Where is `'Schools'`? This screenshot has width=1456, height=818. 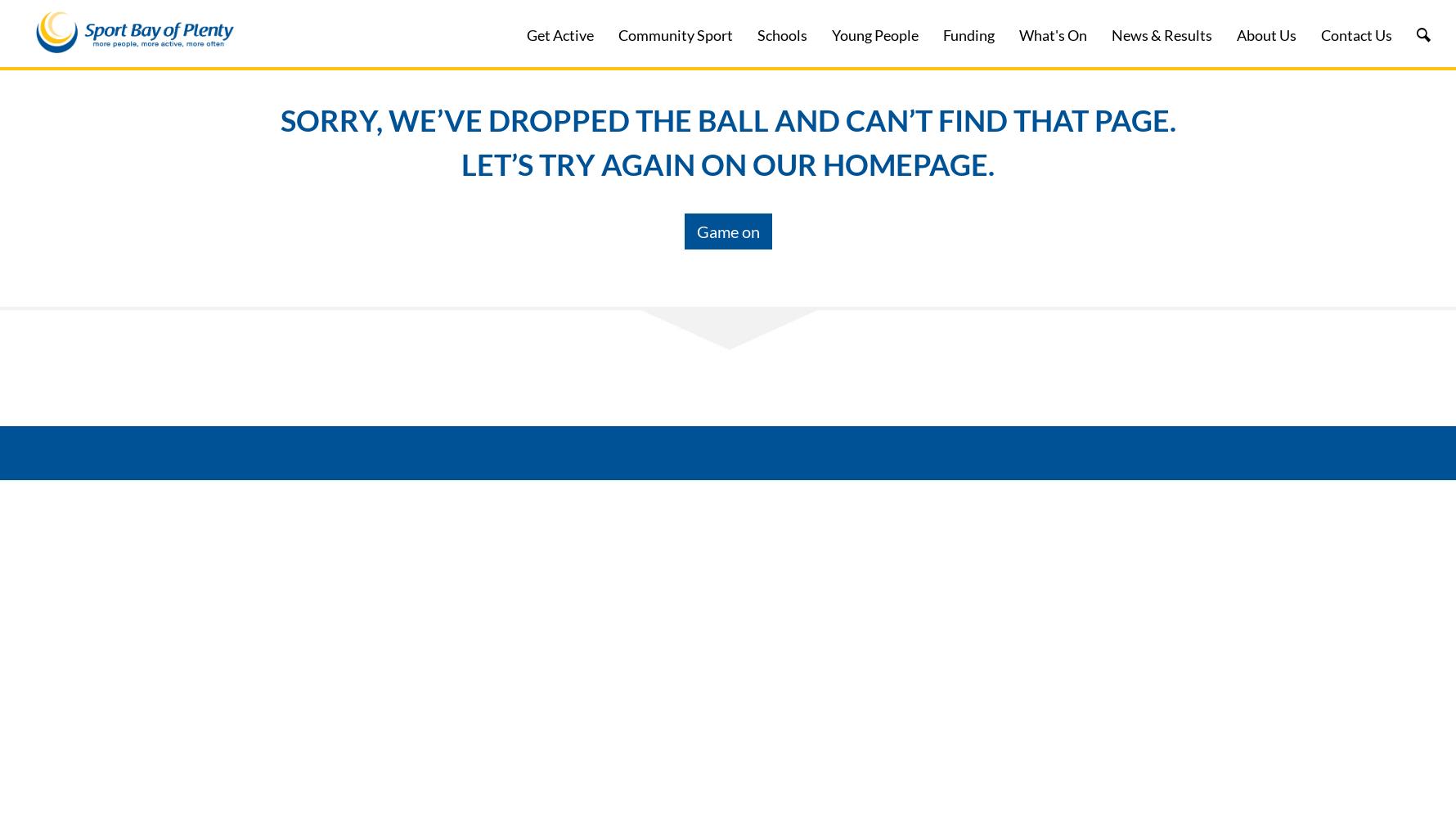 'Schools' is located at coordinates (782, 35).